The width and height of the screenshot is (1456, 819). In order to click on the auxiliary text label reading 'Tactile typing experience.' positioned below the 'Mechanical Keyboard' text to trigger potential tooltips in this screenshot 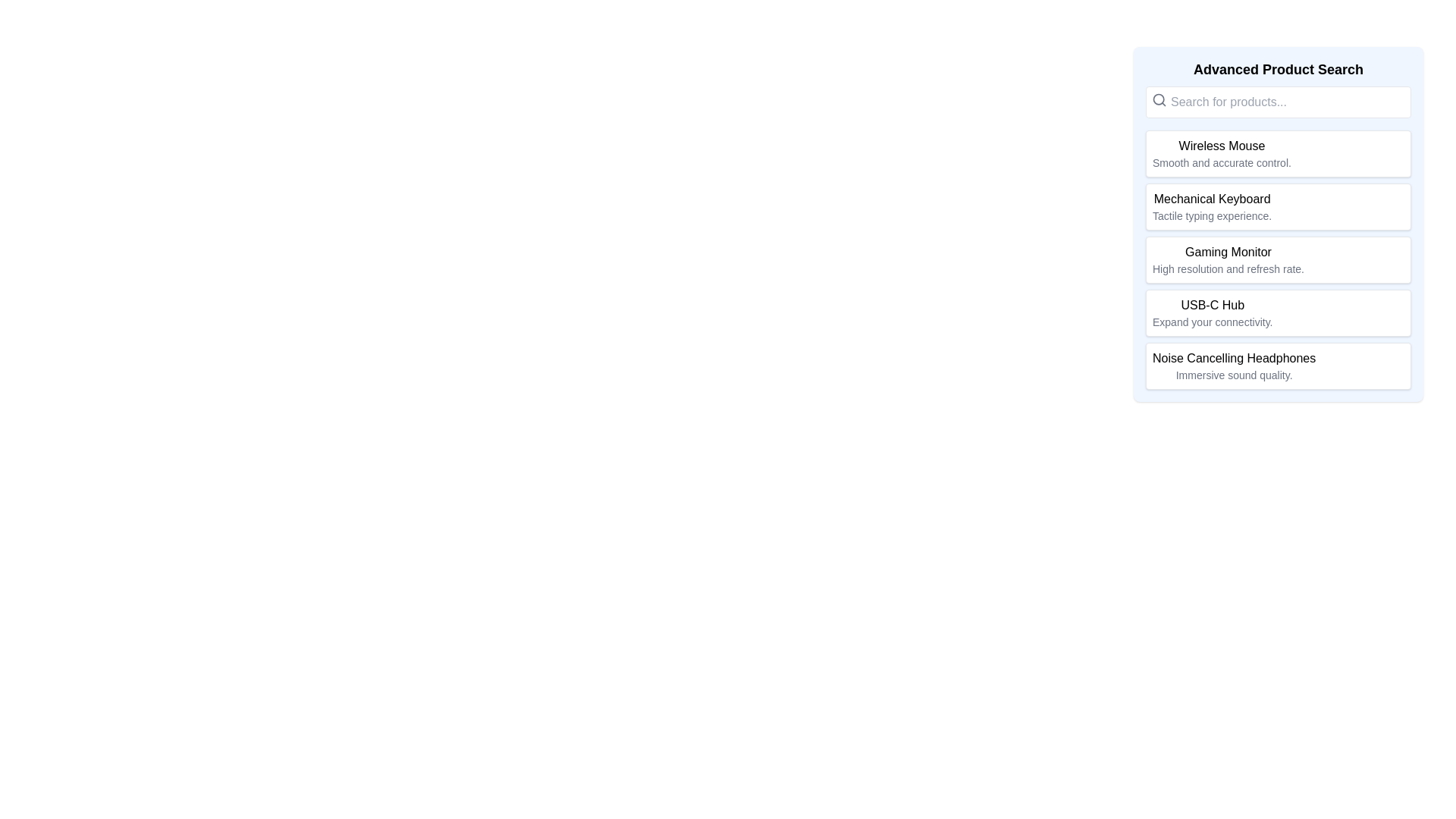, I will do `click(1211, 216)`.